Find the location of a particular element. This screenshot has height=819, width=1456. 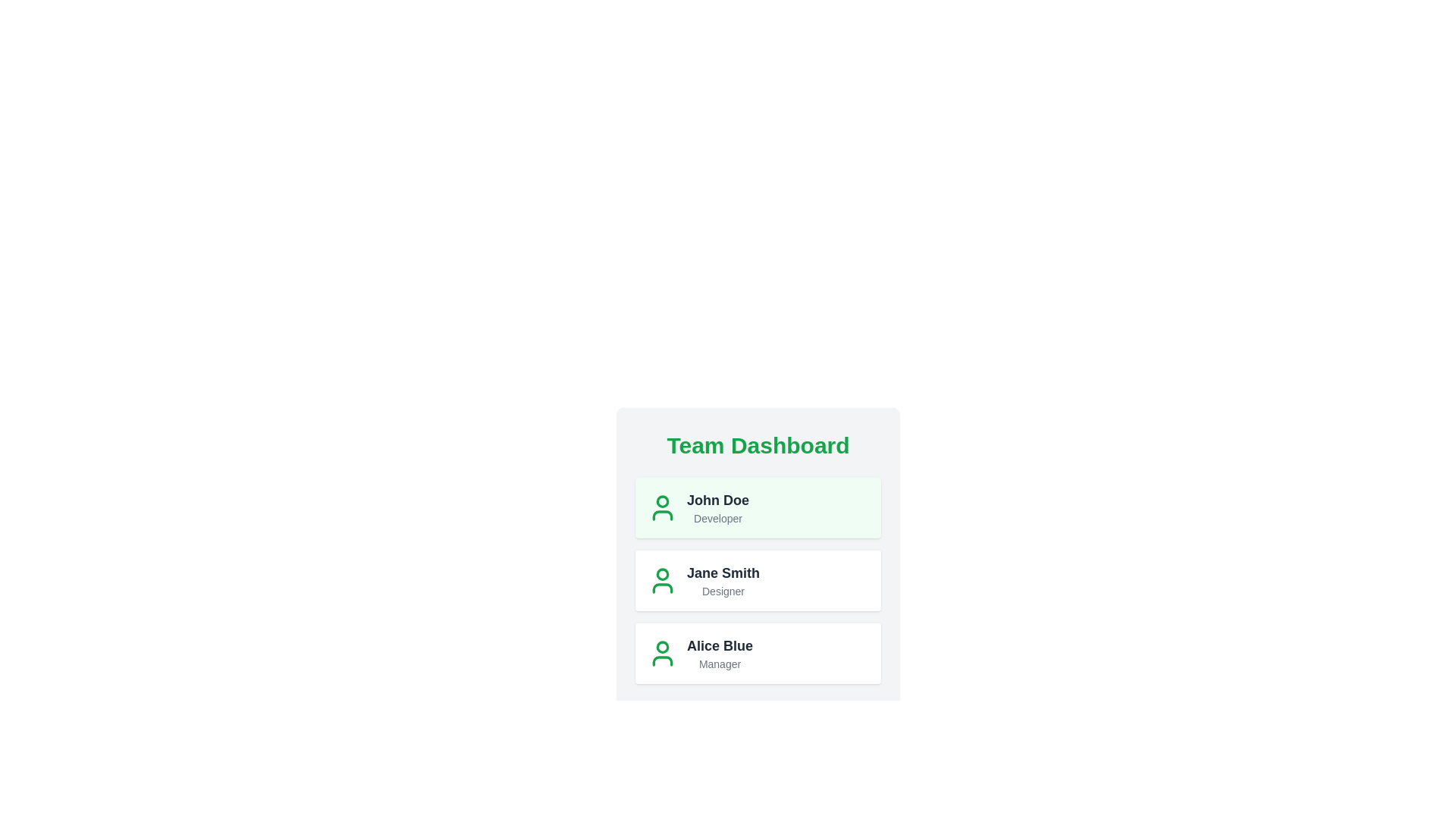

the user silhouette icon, which is a minimalistic green line representation located to the left of the text 'Jane Smith' is located at coordinates (662, 580).